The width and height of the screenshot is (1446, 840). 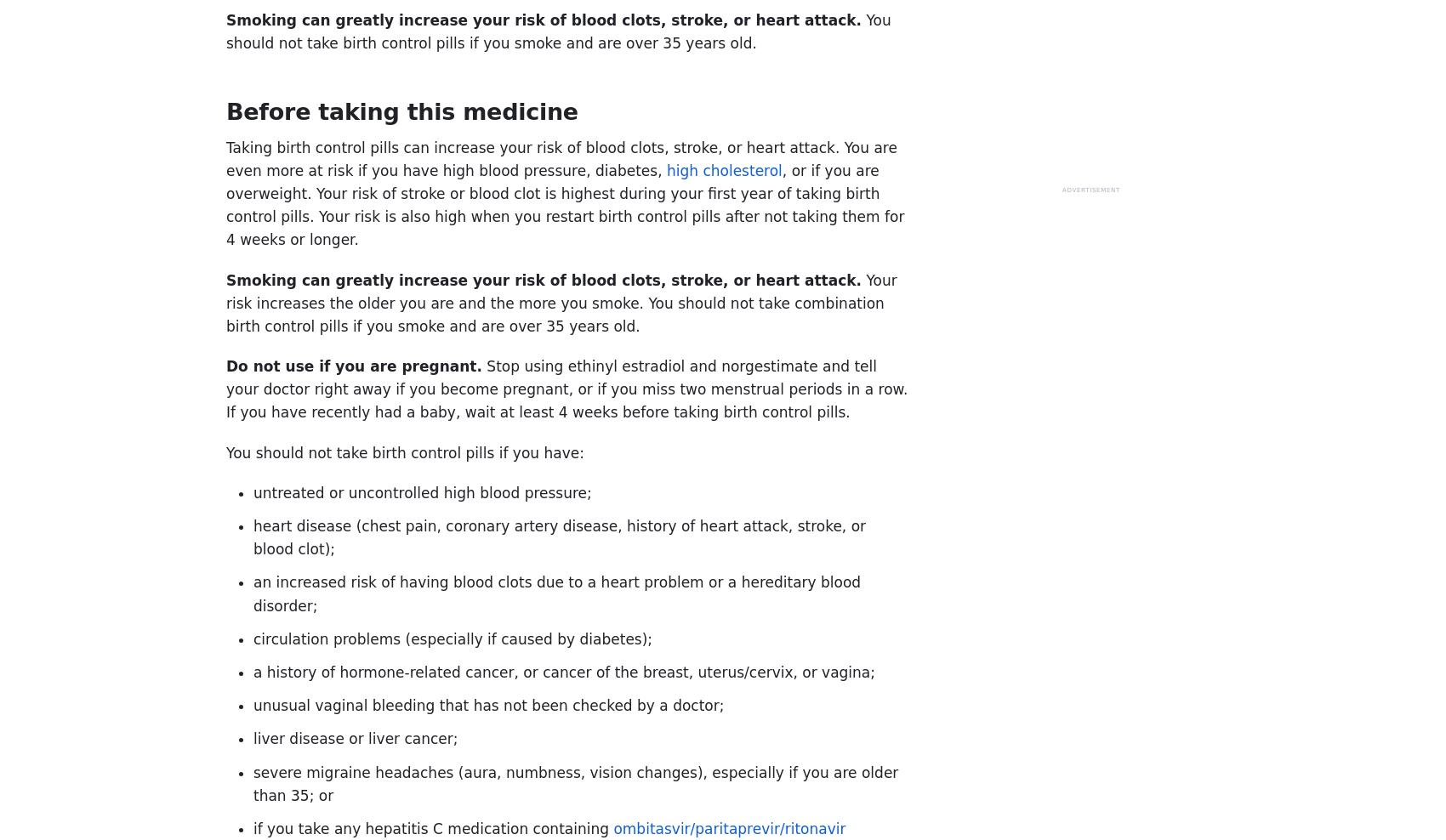 I want to click on 'Before taking this medicine', so click(x=401, y=110).